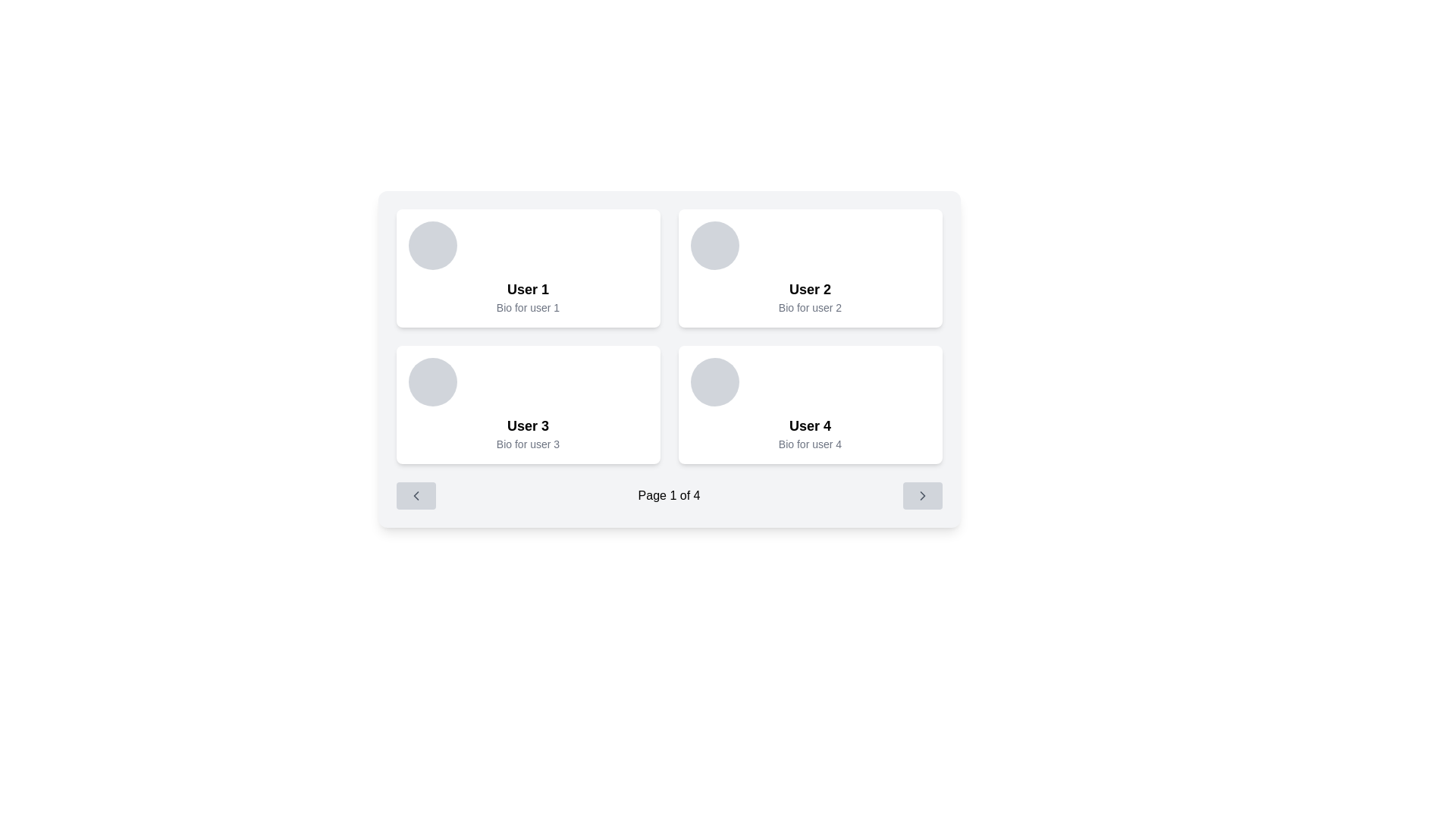 Image resolution: width=1456 pixels, height=819 pixels. I want to click on the icon-based button located at the bottom left-hand corner of the interface, so click(416, 496).